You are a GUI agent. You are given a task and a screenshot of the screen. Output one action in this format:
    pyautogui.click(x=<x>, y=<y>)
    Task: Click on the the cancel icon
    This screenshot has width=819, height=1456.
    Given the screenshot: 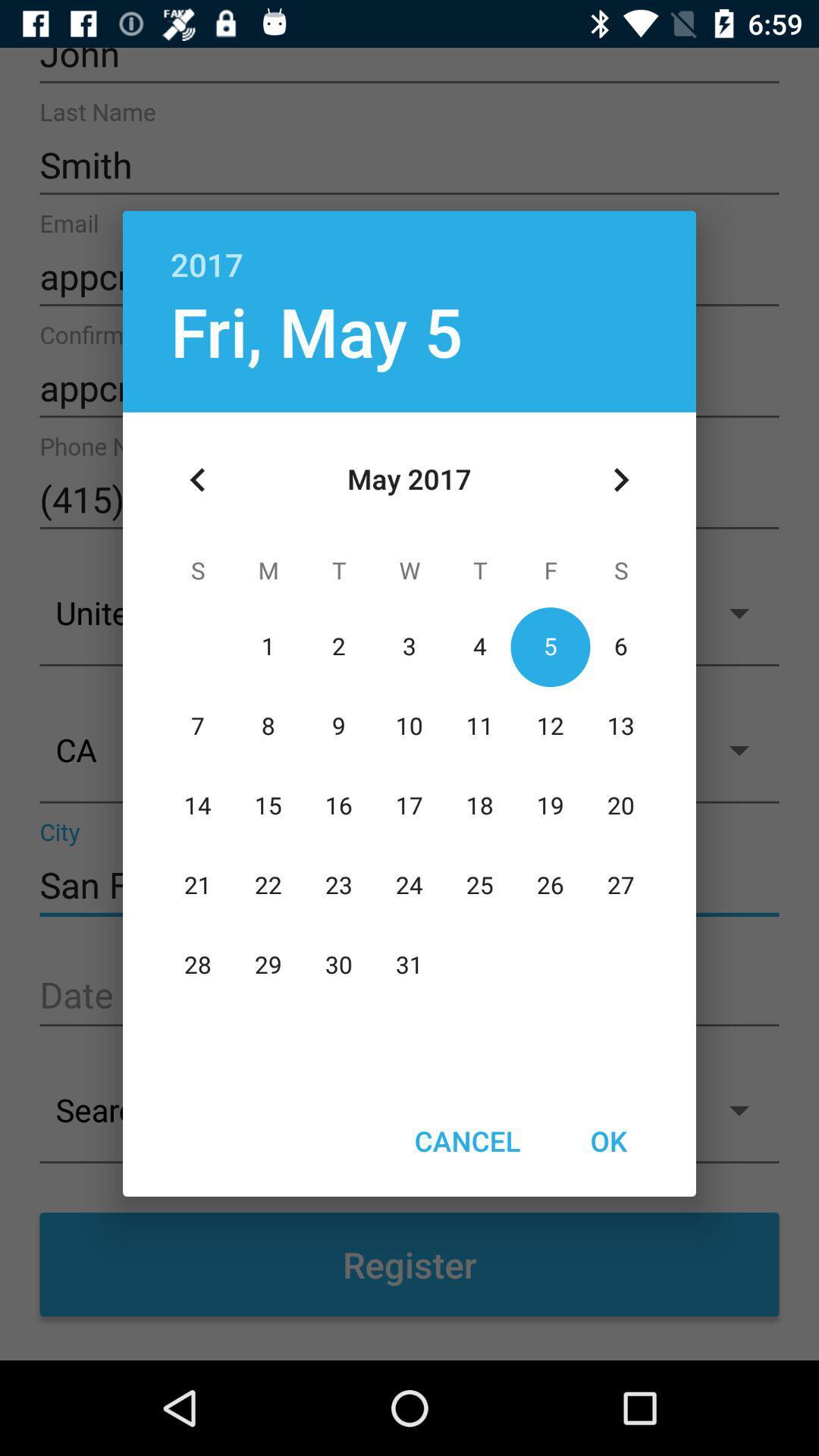 What is the action you would take?
    pyautogui.click(x=466, y=1141)
    